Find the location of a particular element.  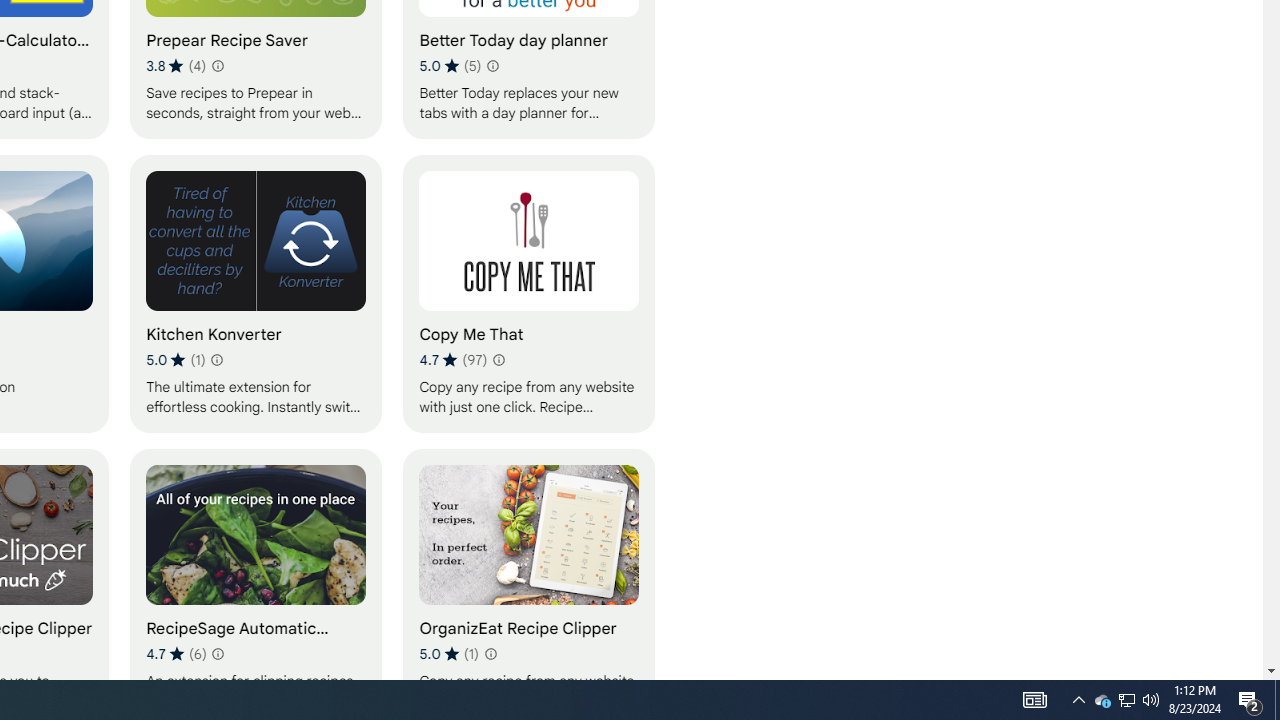

'Average rating 4.7 out of 5 stars. 97 ratings.' is located at coordinates (452, 360).